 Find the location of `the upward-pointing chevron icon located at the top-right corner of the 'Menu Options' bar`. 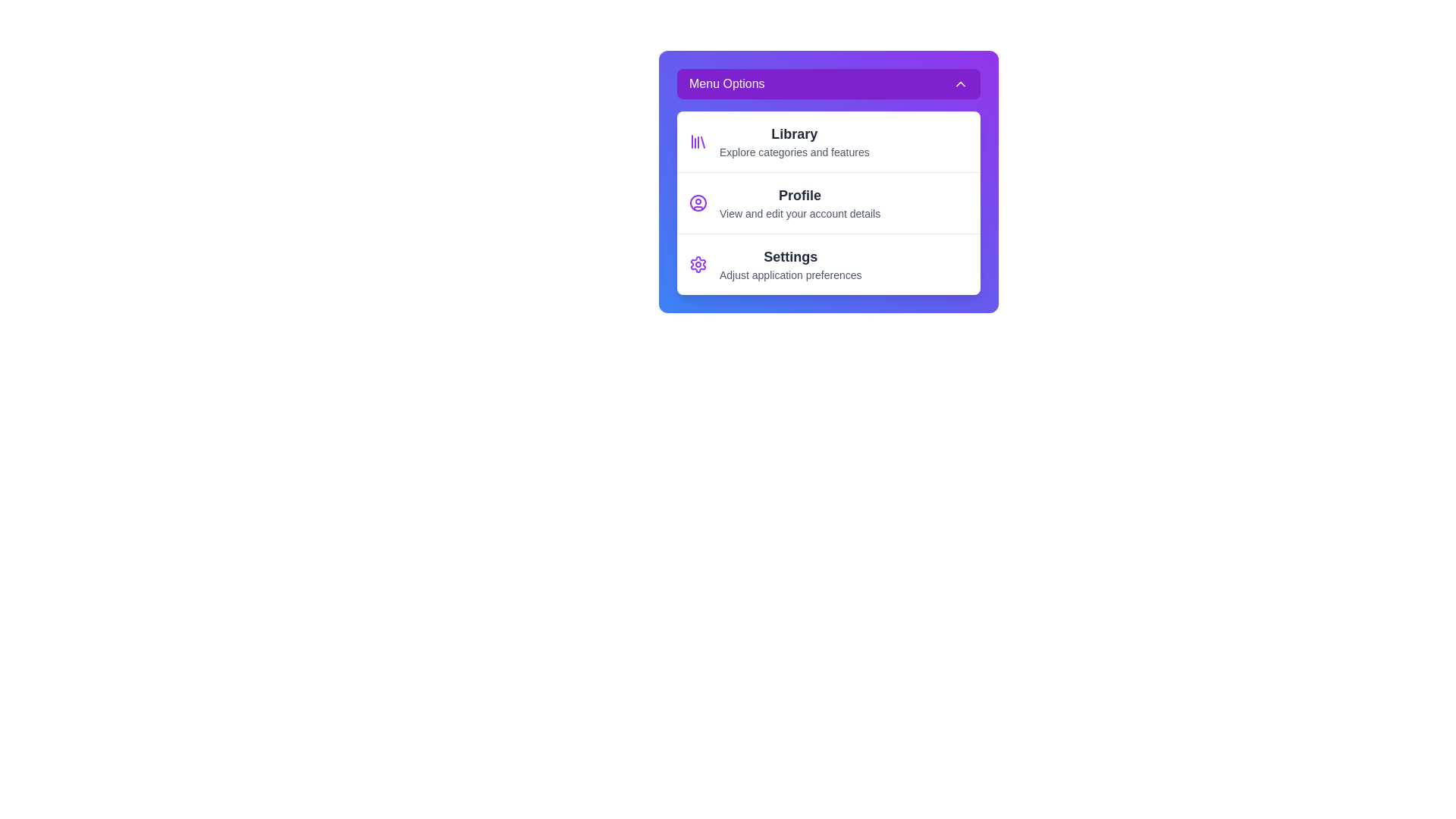

the upward-pointing chevron icon located at the top-right corner of the 'Menu Options' bar is located at coordinates (960, 84).